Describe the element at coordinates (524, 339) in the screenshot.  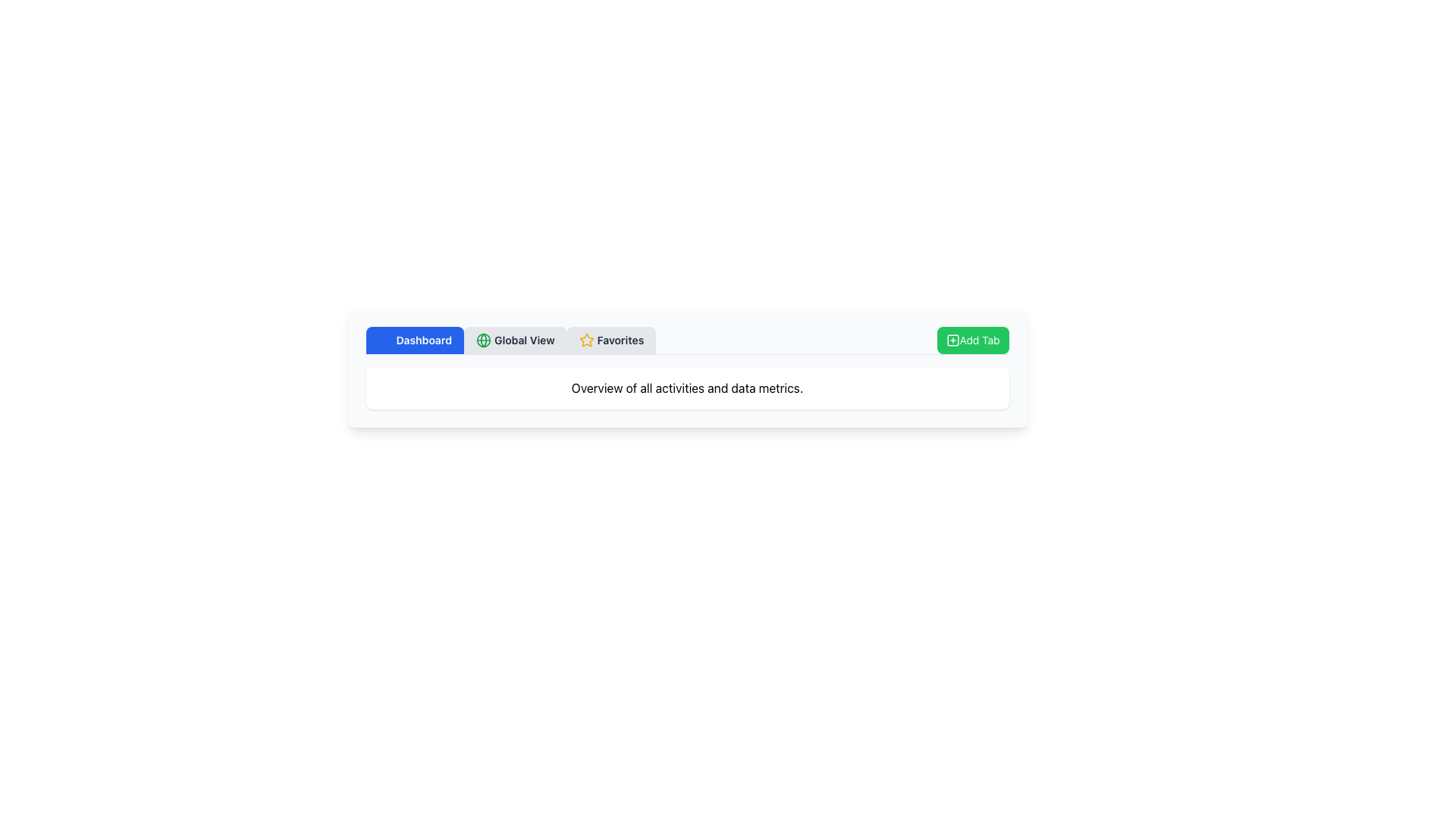
I see `the 'Global View' text label to switch to the 'Global View' section, which is positioned between the 'Dashboard' and 'Favorites' tabs in the navigational tab list` at that location.